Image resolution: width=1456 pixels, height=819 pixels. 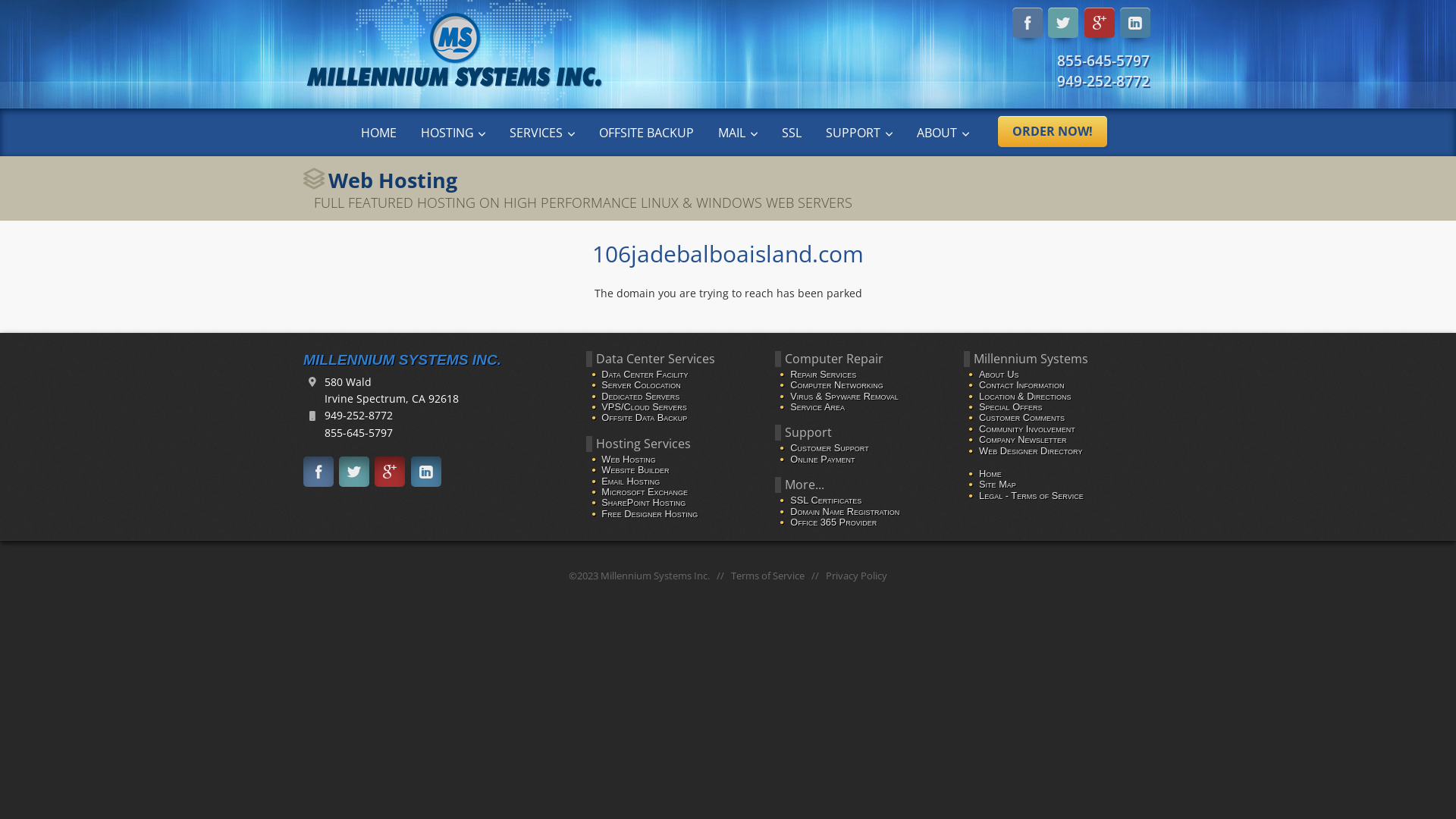 I want to click on 'HOME', so click(x=378, y=131).